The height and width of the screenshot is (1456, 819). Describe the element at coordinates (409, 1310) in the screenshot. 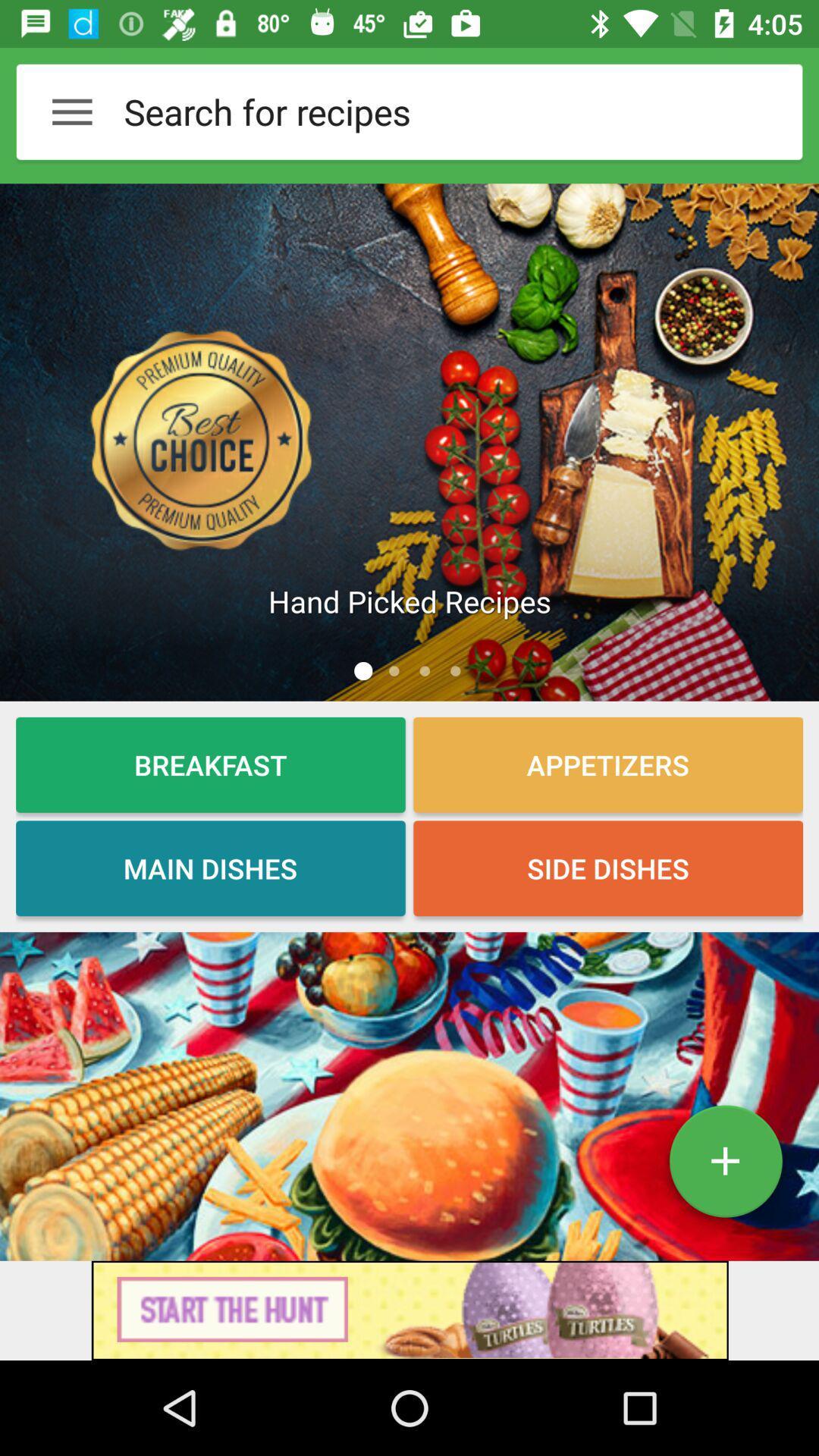

I see `choose advertisement` at that location.